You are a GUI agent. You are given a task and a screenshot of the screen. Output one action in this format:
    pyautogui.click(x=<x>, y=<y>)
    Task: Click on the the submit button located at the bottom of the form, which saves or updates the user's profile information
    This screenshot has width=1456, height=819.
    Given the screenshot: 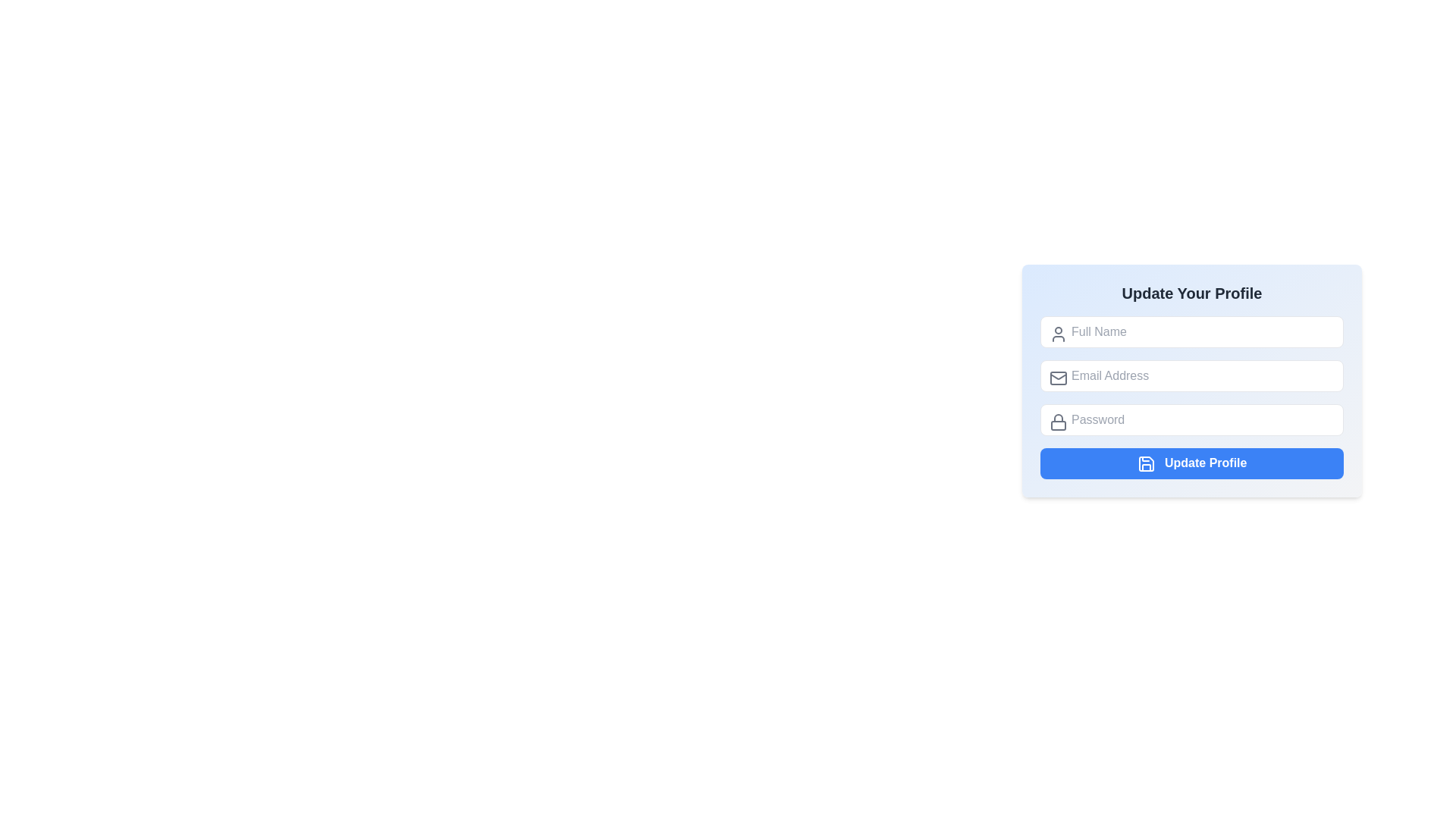 What is the action you would take?
    pyautogui.click(x=1191, y=462)
    